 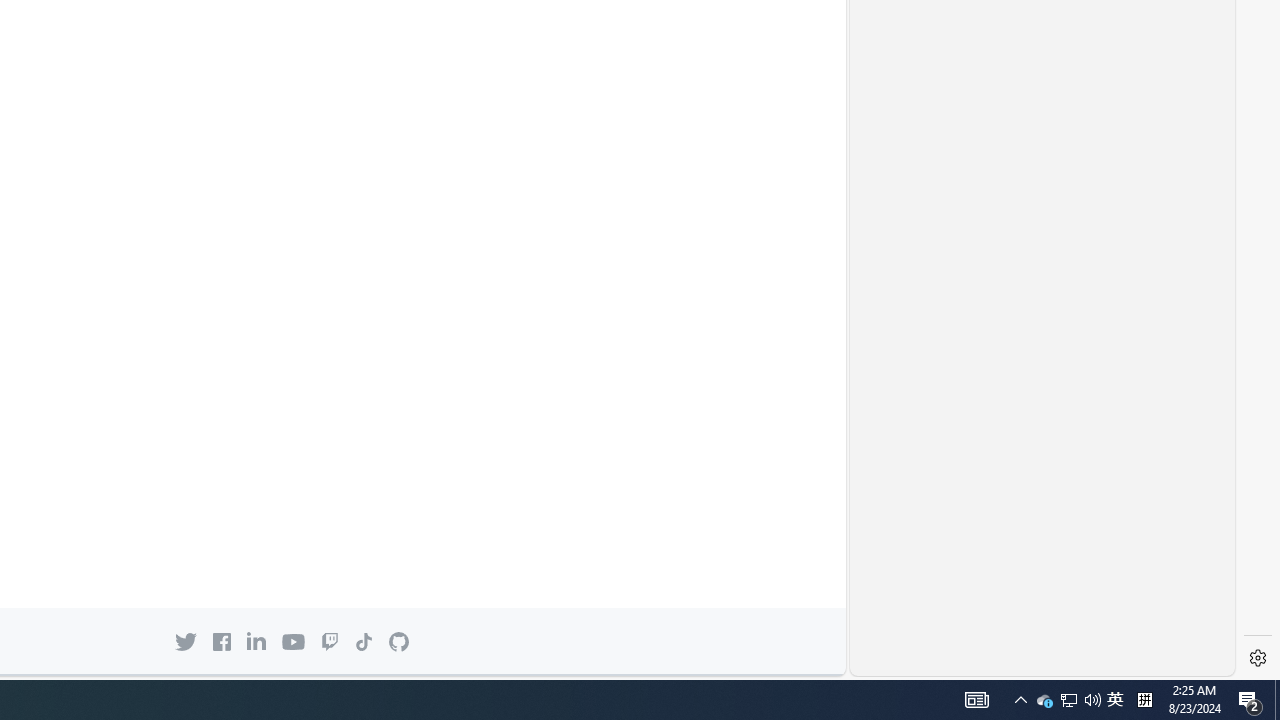 What do you see at coordinates (330, 641) in the screenshot?
I see `'Twitch icon'` at bounding box center [330, 641].